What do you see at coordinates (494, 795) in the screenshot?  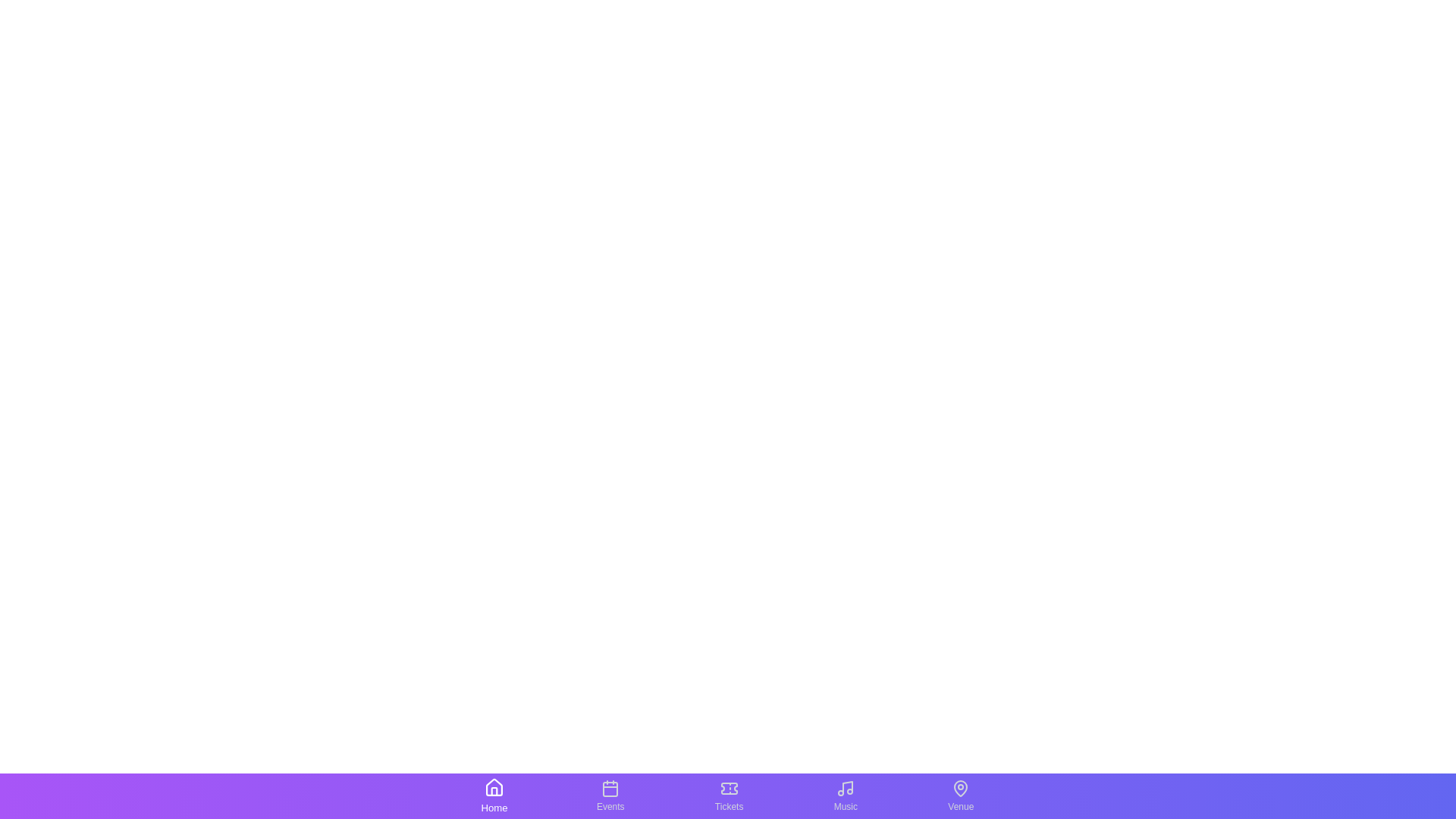 I see `the tab labeled Home to observe the visual changes` at bounding box center [494, 795].